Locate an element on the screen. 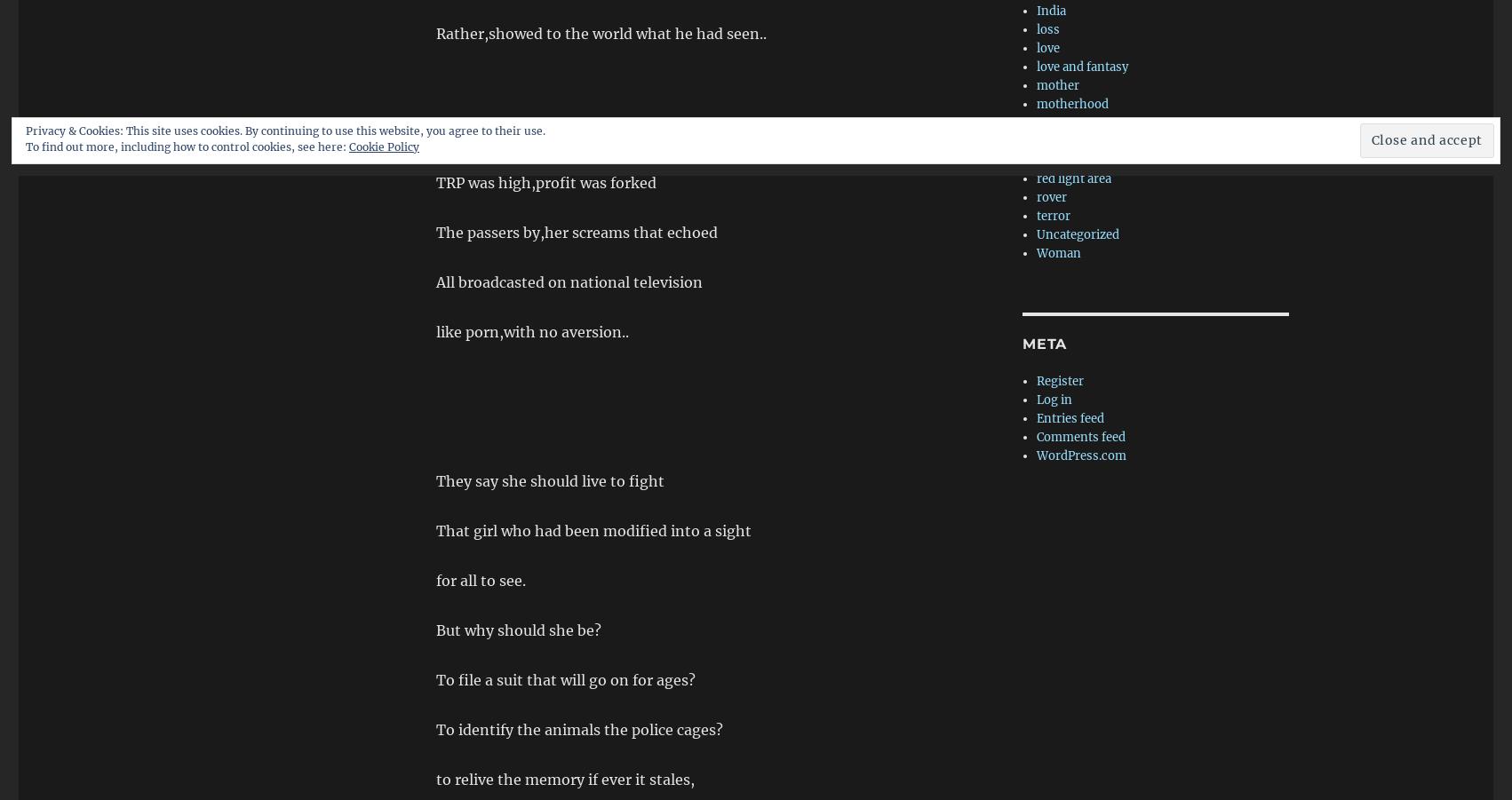 This screenshot has height=800, width=1512. 'prospective' is located at coordinates (1069, 123).